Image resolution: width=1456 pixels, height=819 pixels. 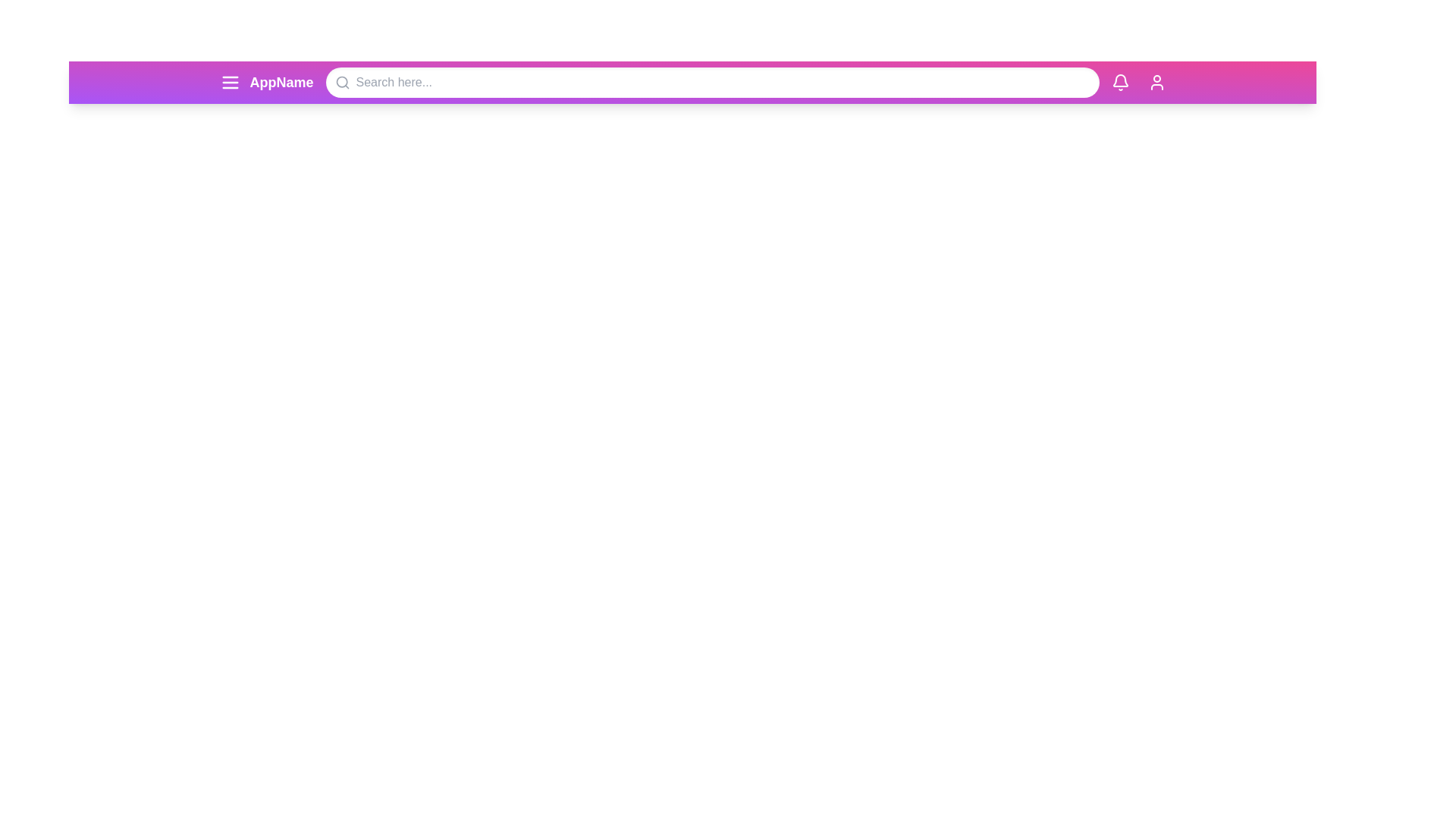 What do you see at coordinates (1156, 82) in the screenshot?
I see `the user icon in the app bar` at bounding box center [1156, 82].